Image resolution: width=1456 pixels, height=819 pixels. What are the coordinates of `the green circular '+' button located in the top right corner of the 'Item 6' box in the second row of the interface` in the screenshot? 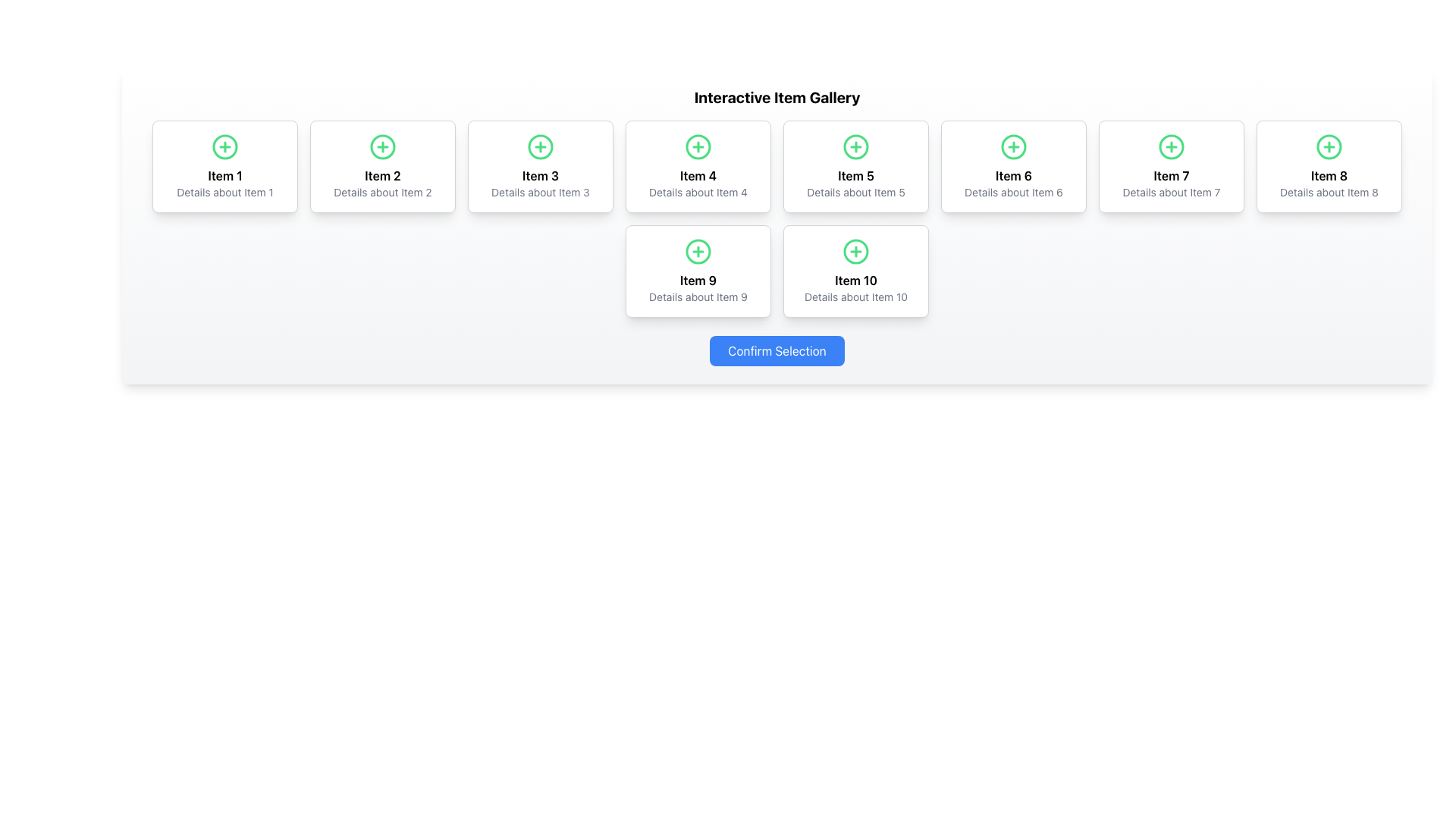 It's located at (1014, 146).